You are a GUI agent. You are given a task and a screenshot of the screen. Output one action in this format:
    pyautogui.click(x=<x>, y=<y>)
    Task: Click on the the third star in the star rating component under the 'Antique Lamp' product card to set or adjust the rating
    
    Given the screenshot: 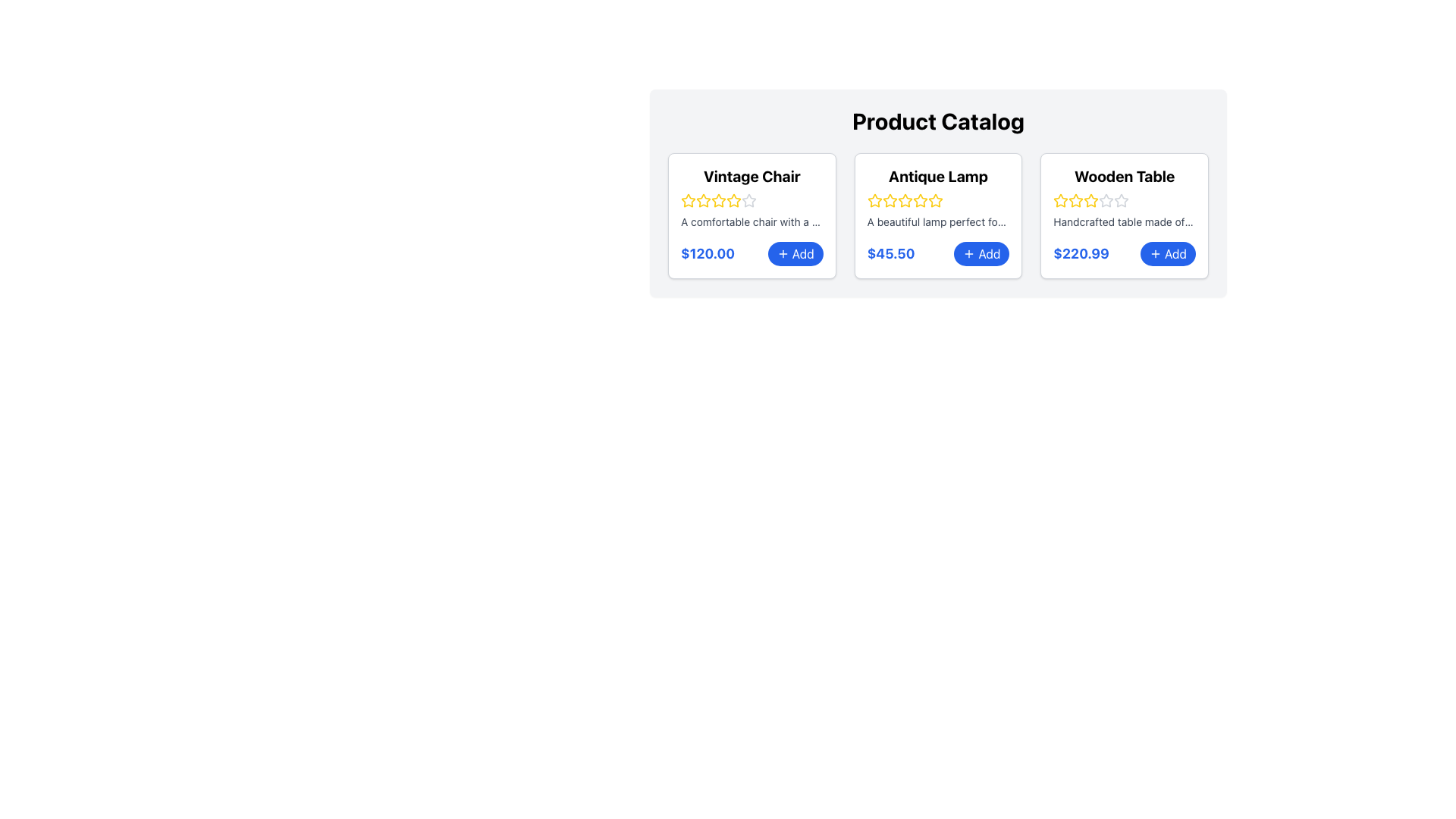 What is the action you would take?
    pyautogui.click(x=919, y=199)
    